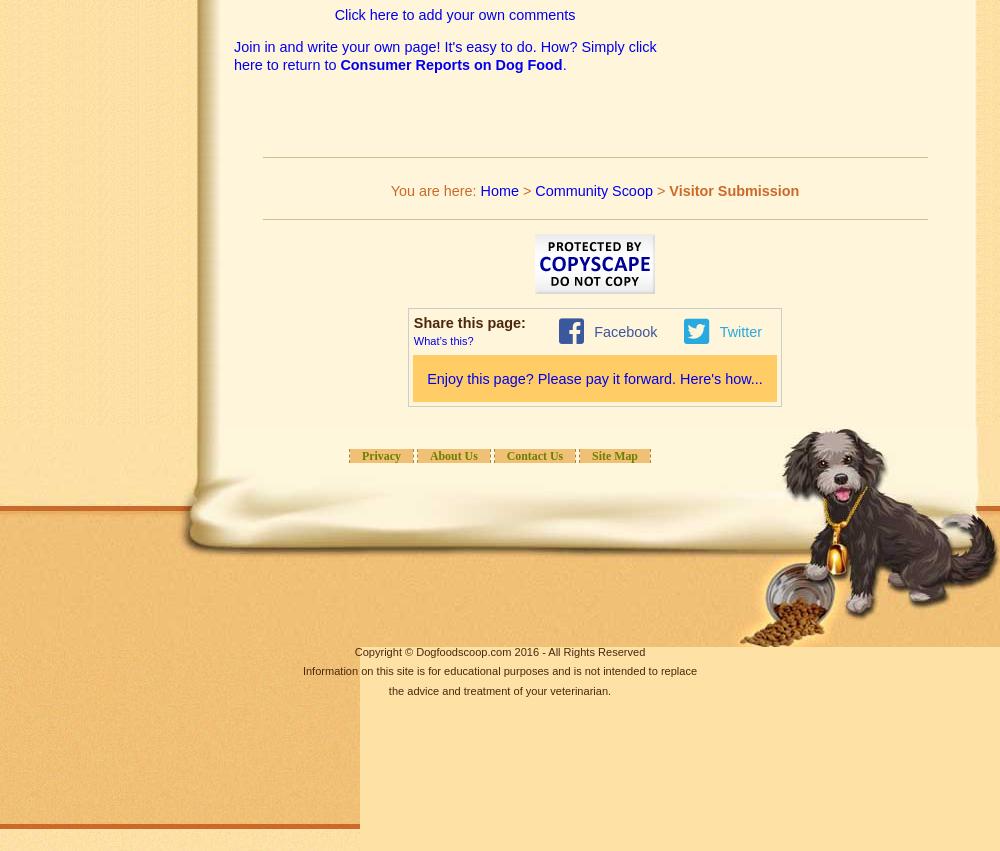  I want to click on '.', so click(563, 65).